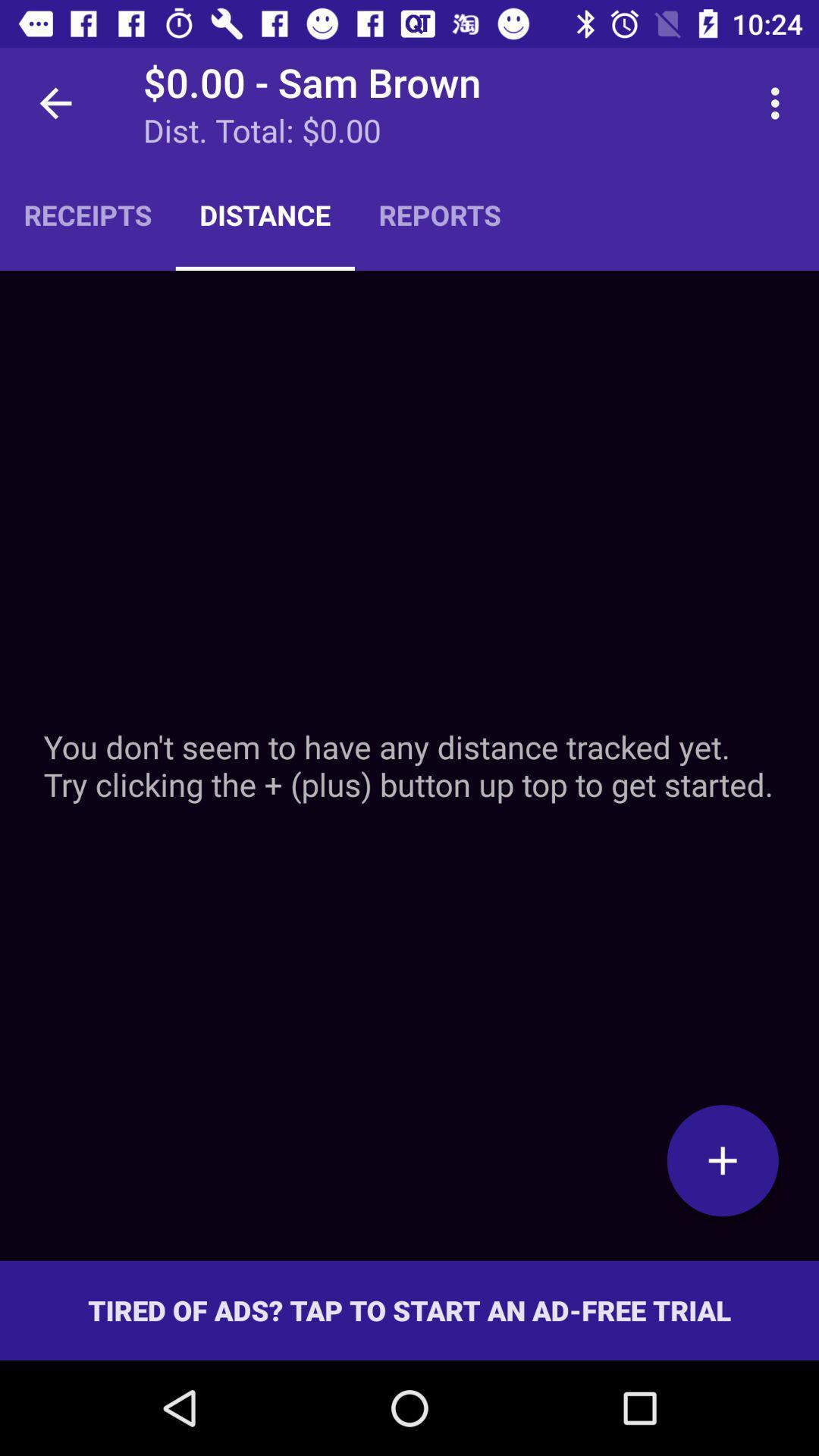 This screenshot has width=819, height=1456. What do you see at coordinates (722, 1159) in the screenshot?
I see `a distance to track` at bounding box center [722, 1159].